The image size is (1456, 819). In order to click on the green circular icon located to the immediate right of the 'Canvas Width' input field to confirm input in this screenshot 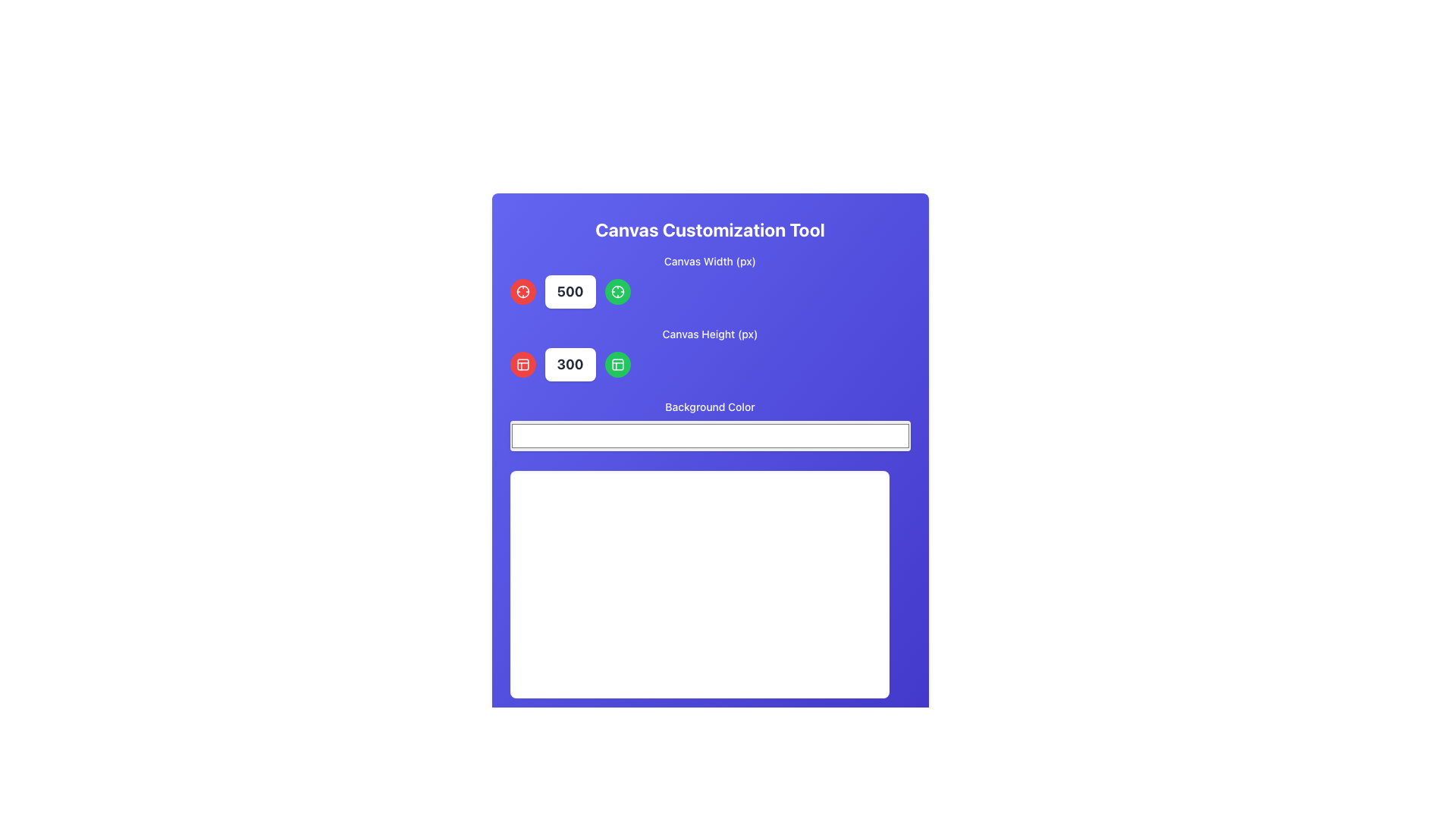, I will do `click(617, 292)`.